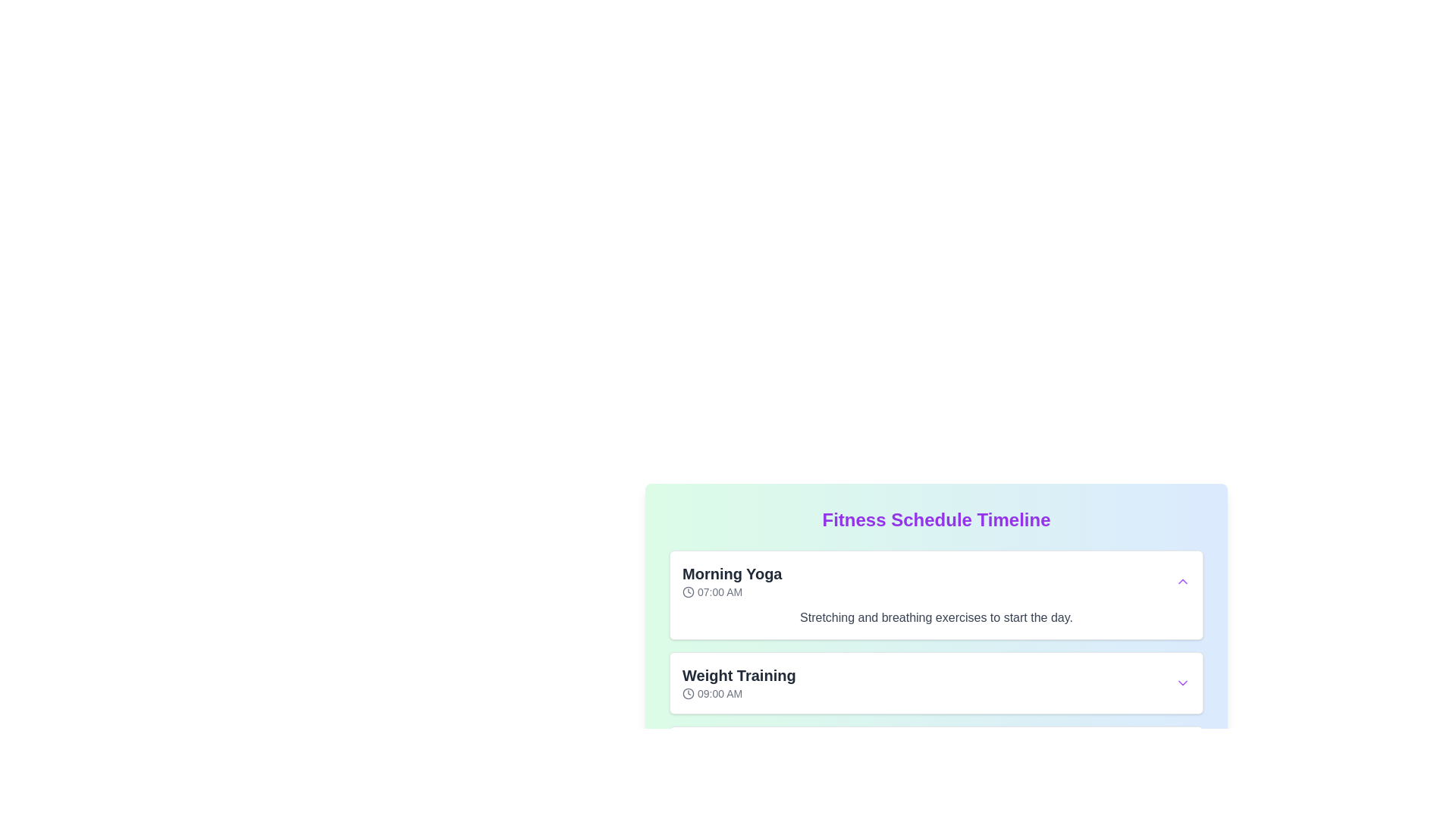 Image resolution: width=1456 pixels, height=819 pixels. What do you see at coordinates (739, 683) in the screenshot?
I see `the clock icon next to the 'Weight Training' text in the Fitness Schedule Timeline to interact with it` at bounding box center [739, 683].